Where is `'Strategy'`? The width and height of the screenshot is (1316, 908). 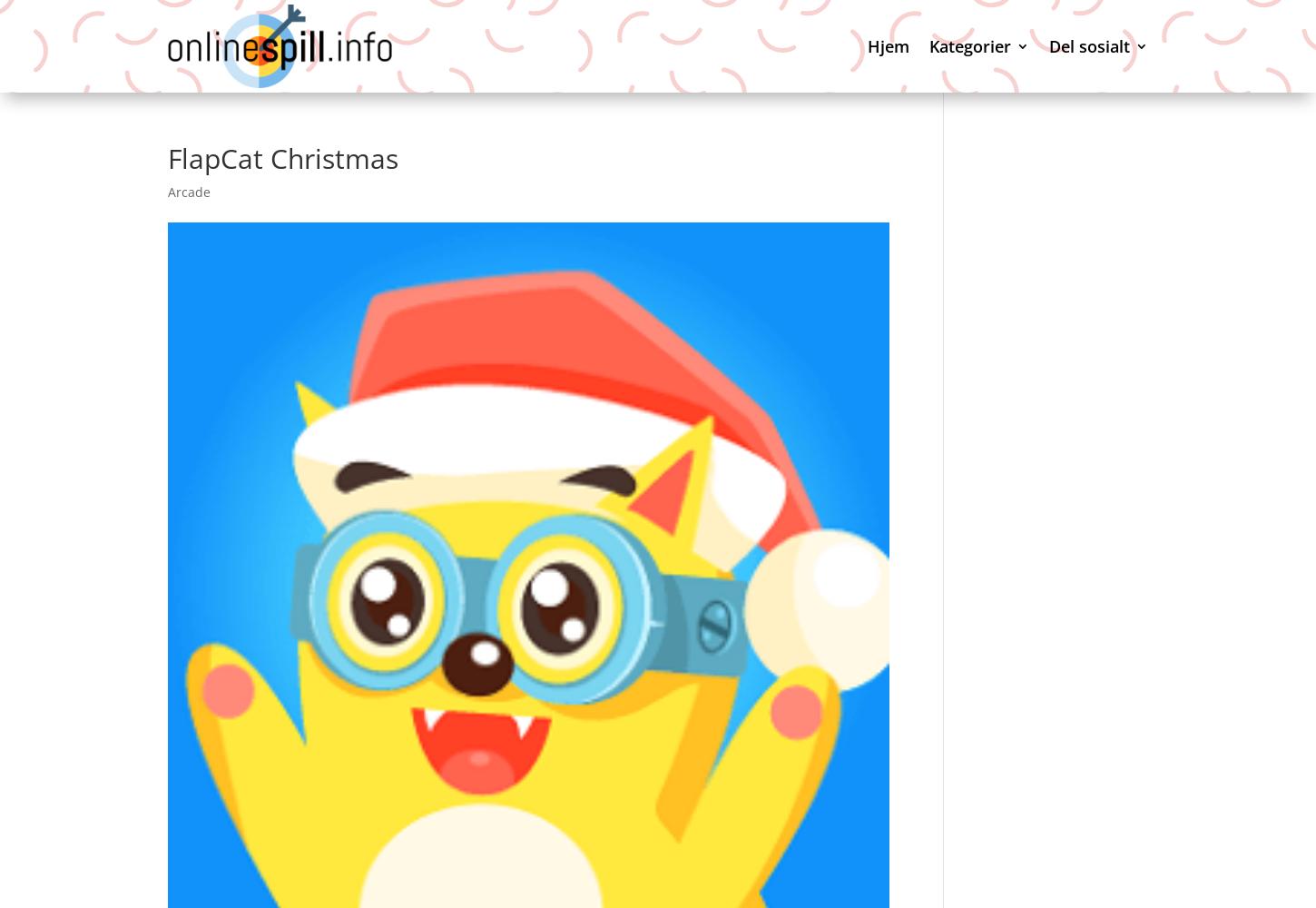 'Strategy' is located at coordinates (987, 778).